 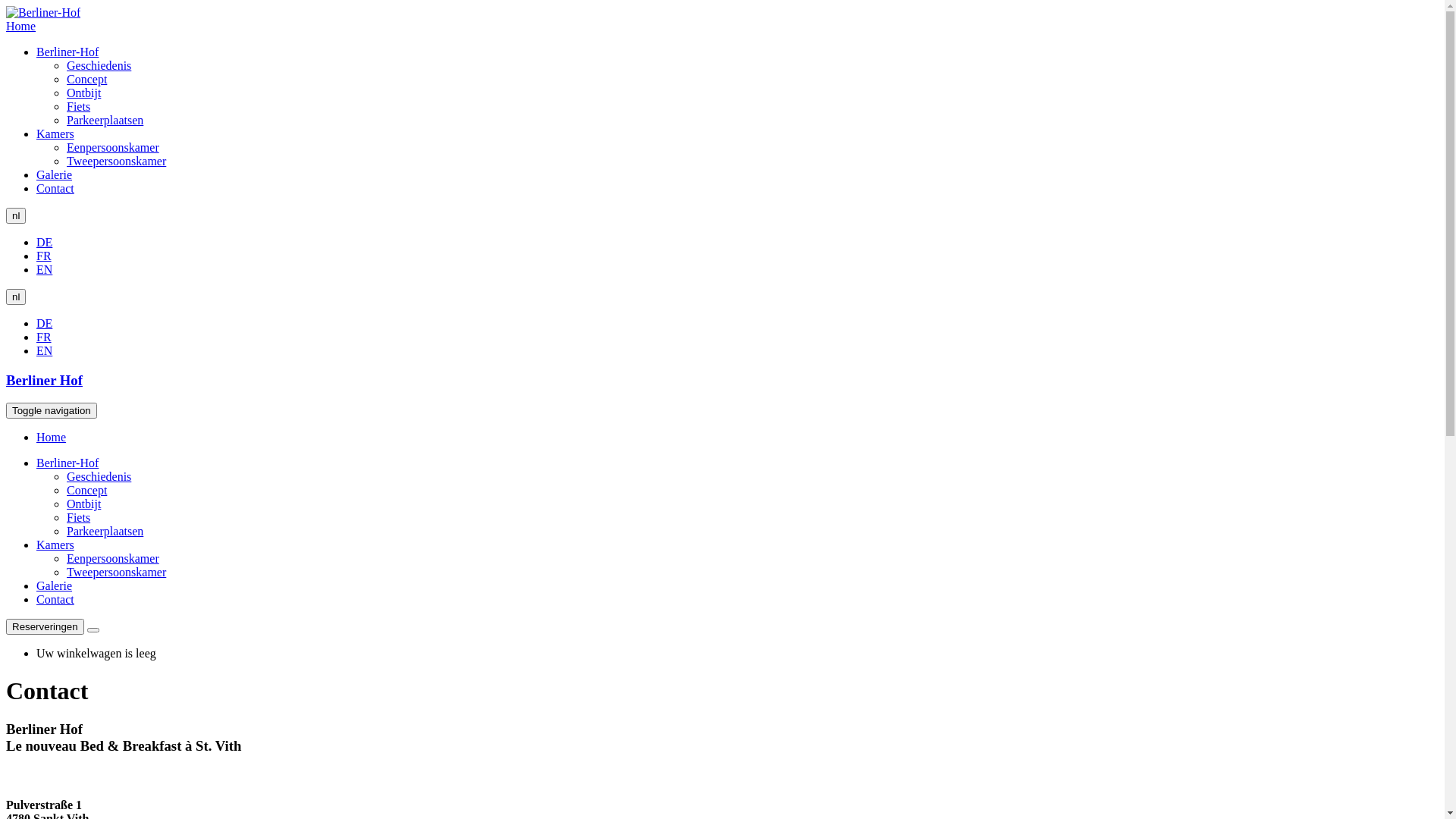 I want to click on 'Tweepersoonskamer', so click(x=115, y=161).